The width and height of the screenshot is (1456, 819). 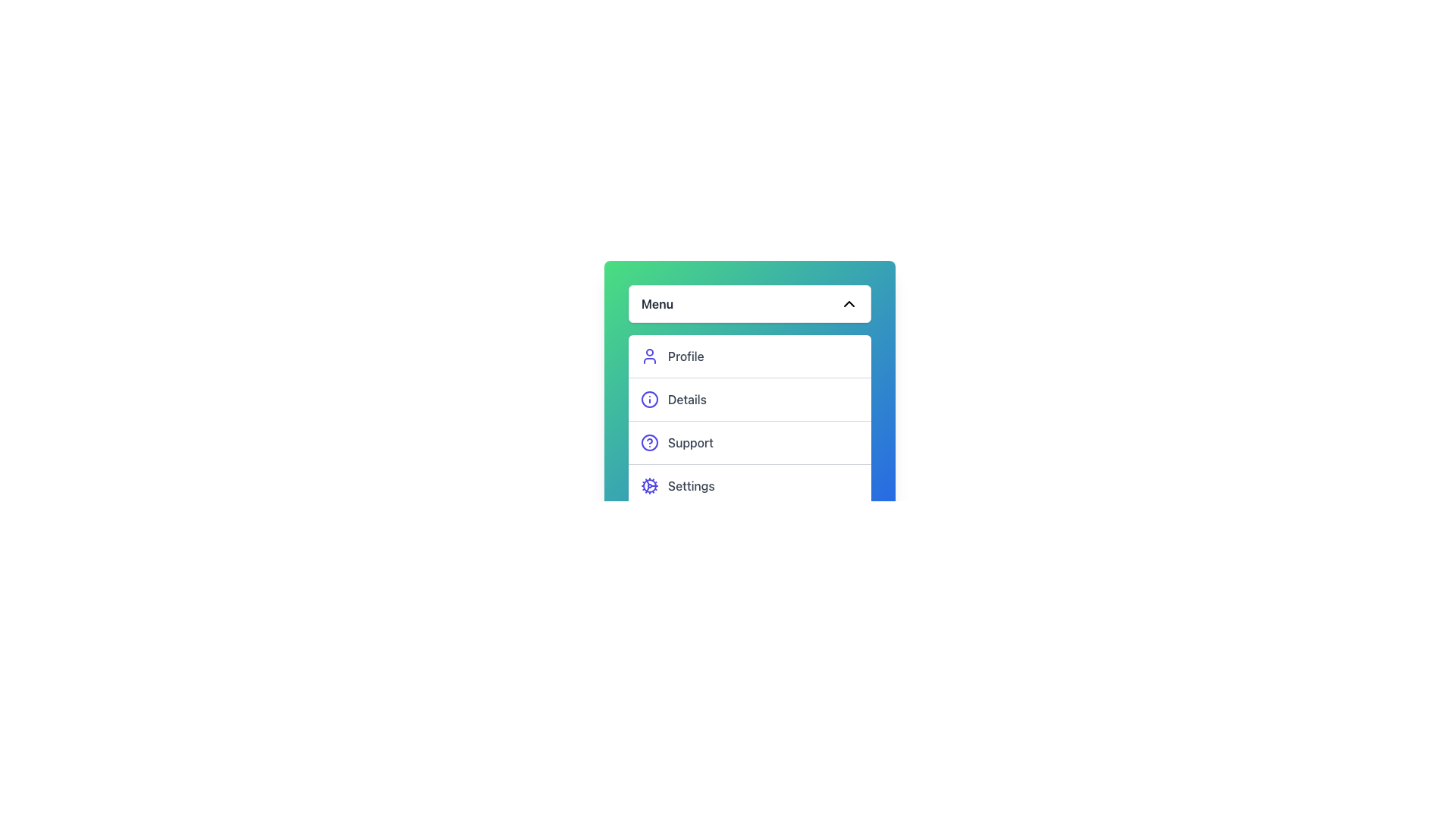 I want to click on the 'Menu' Dropdown Toggle Button, which is the topmost element in a vertically stacked list, so click(x=749, y=304).